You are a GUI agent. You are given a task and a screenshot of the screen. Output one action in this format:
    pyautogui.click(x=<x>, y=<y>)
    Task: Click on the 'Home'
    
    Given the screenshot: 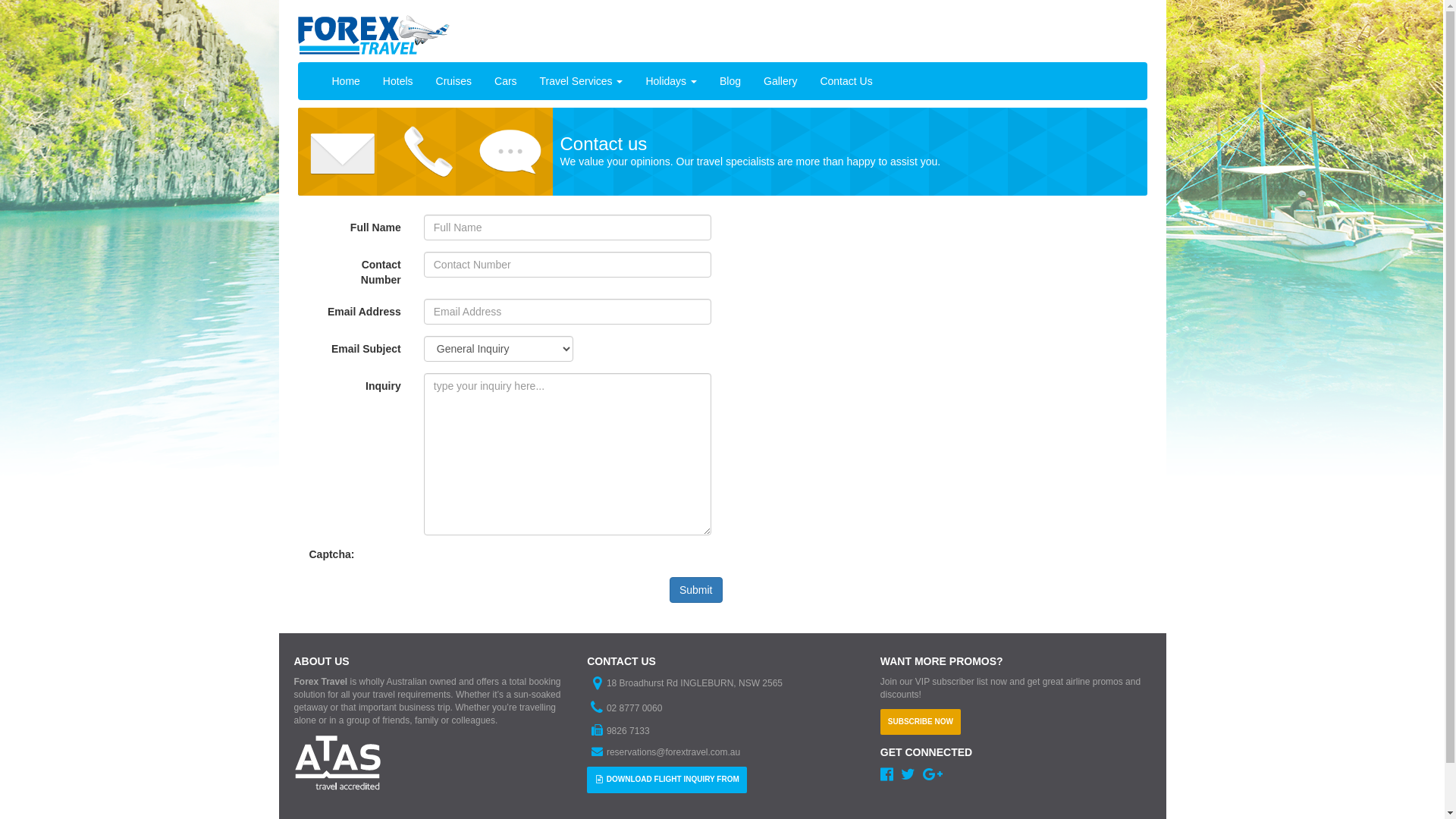 What is the action you would take?
    pyautogui.click(x=319, y=81)
    